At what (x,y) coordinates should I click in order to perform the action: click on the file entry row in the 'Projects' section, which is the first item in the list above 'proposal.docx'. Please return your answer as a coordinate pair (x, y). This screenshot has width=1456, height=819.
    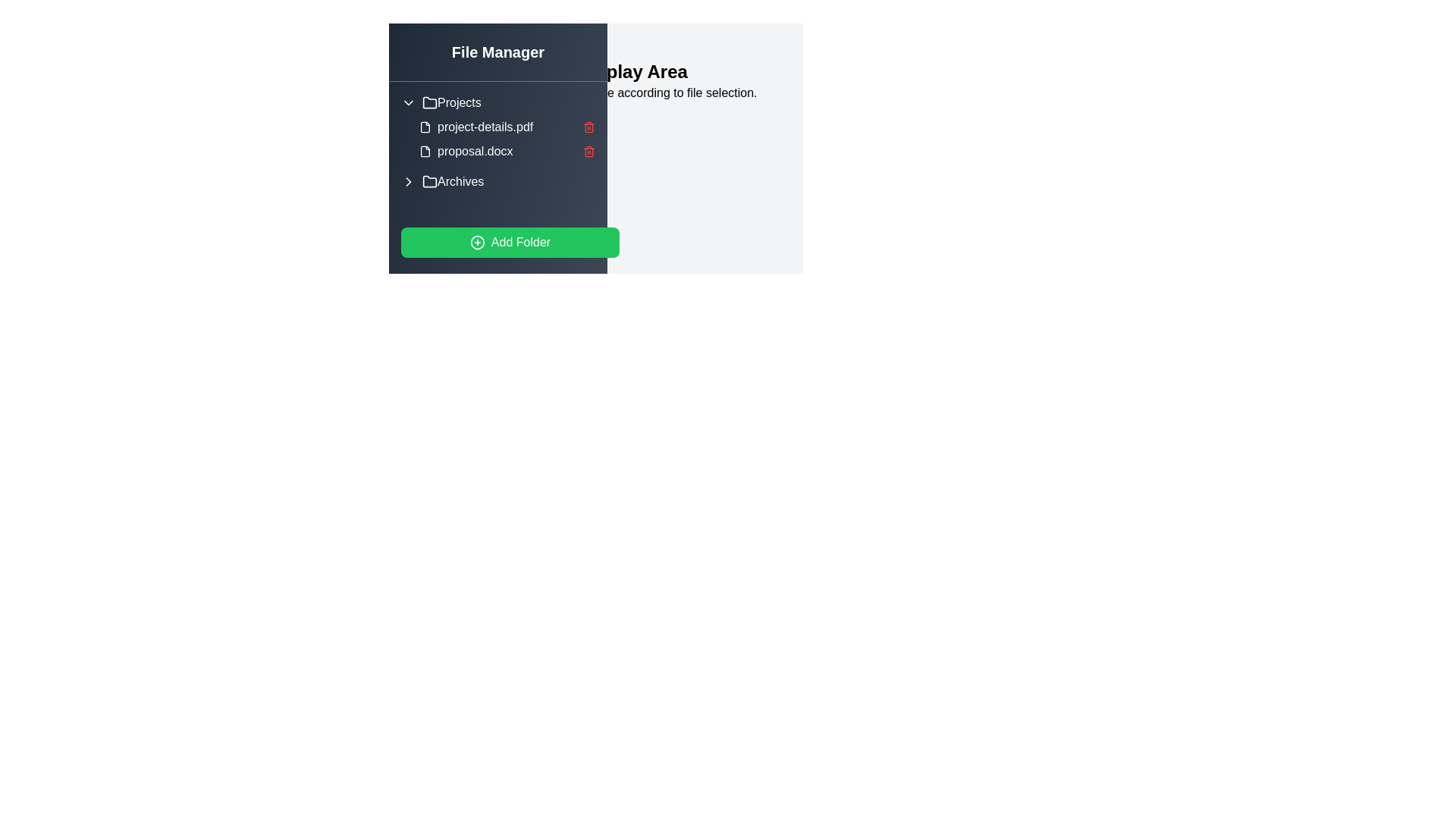
    Looking at the image, I should click on (507, 127).